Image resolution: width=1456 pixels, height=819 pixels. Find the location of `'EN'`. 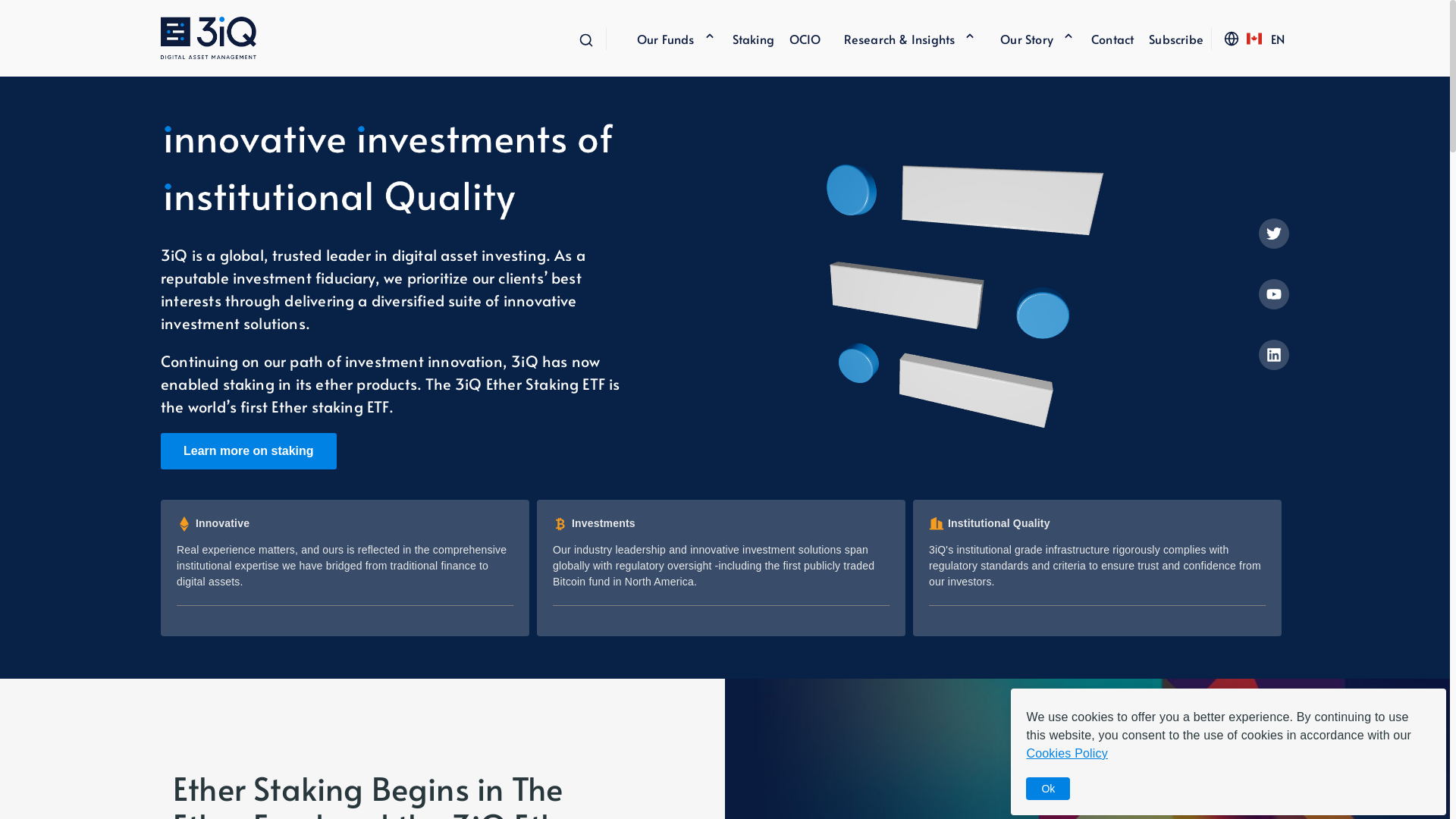

'EN' is located at coordinates (1276, 37).